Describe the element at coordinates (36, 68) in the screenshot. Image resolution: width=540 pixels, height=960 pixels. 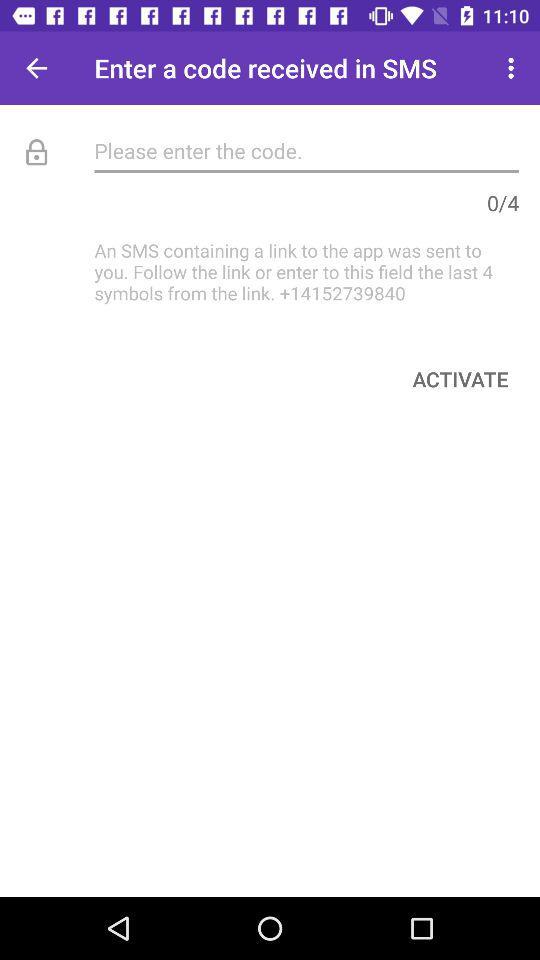
I see `share` at that location.